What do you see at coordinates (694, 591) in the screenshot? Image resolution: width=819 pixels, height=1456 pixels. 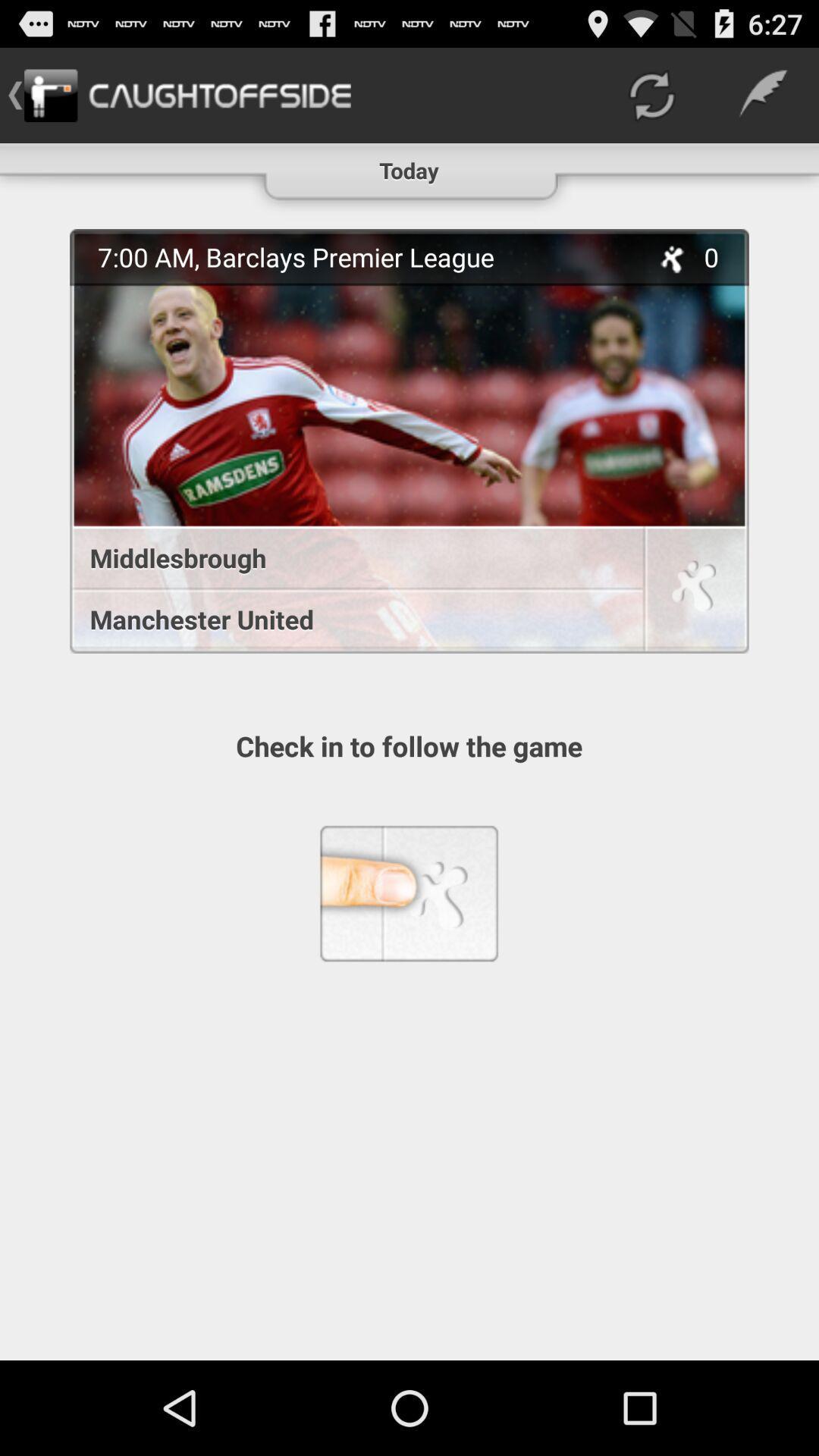 I see `check in` at bounding box center [694, 591].